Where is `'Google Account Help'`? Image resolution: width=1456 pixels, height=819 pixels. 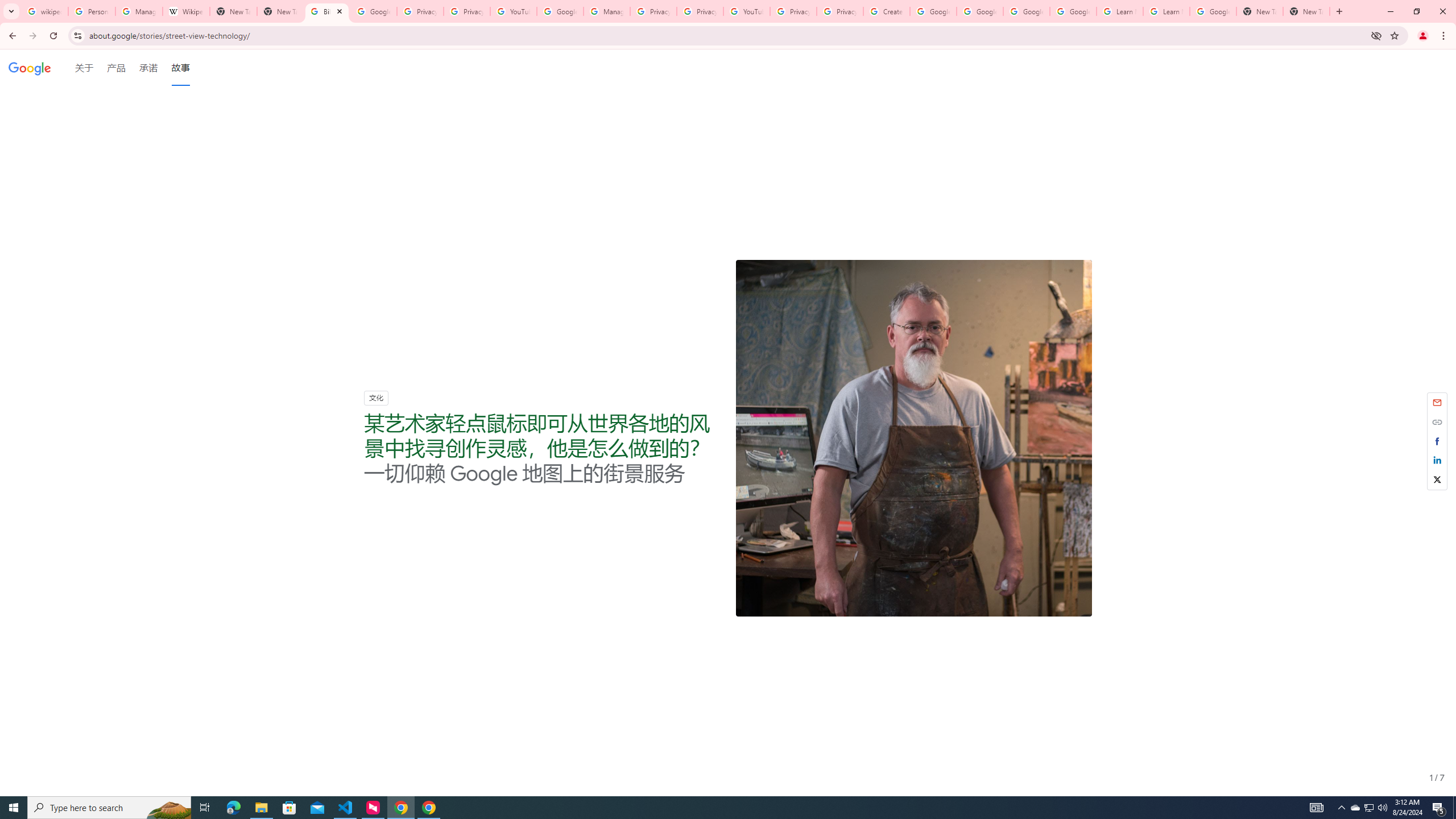
'Google Account Help' is located at coordinates (932, 11).